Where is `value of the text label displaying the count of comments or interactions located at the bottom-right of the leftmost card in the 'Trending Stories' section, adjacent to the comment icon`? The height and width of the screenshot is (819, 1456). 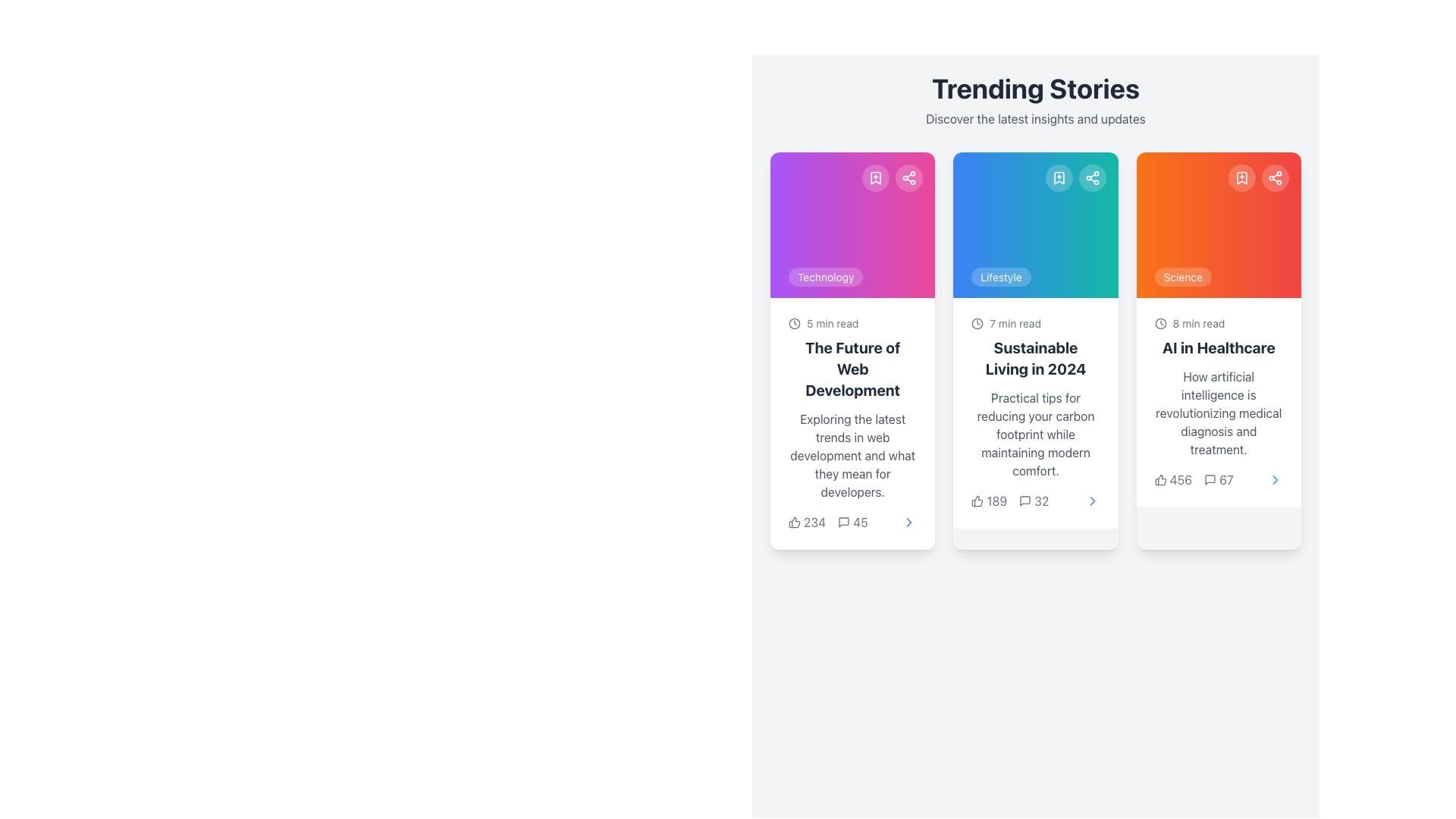
value of the text label displaying the count of comments or interactions located at the bottom-right of the leftmost card in the 'Trending Stories' section, adjacent to the comment icon is located at coordinates (860, 522).